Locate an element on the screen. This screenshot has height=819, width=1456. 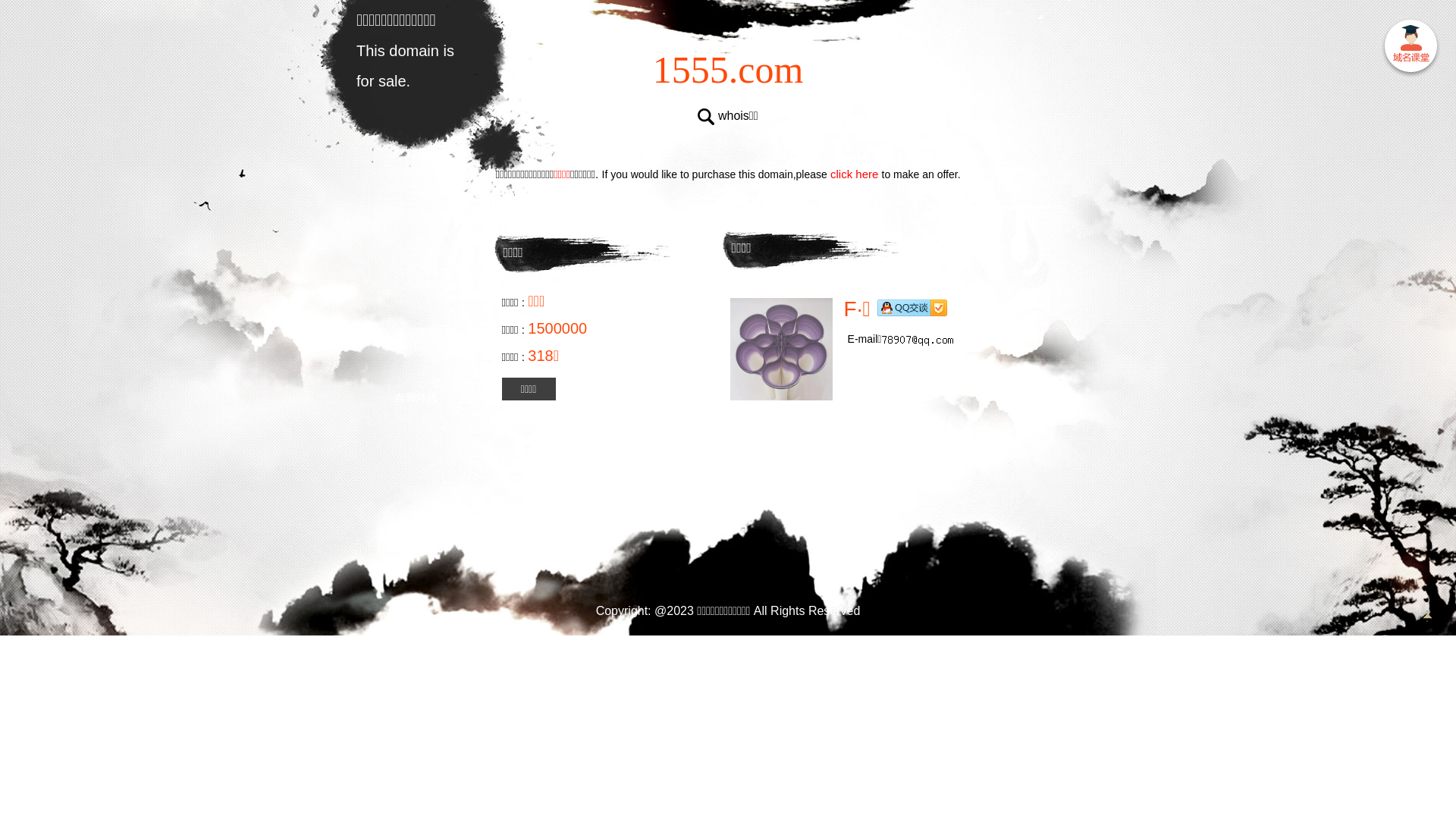
' ' is located at coordinates (1410, 47).